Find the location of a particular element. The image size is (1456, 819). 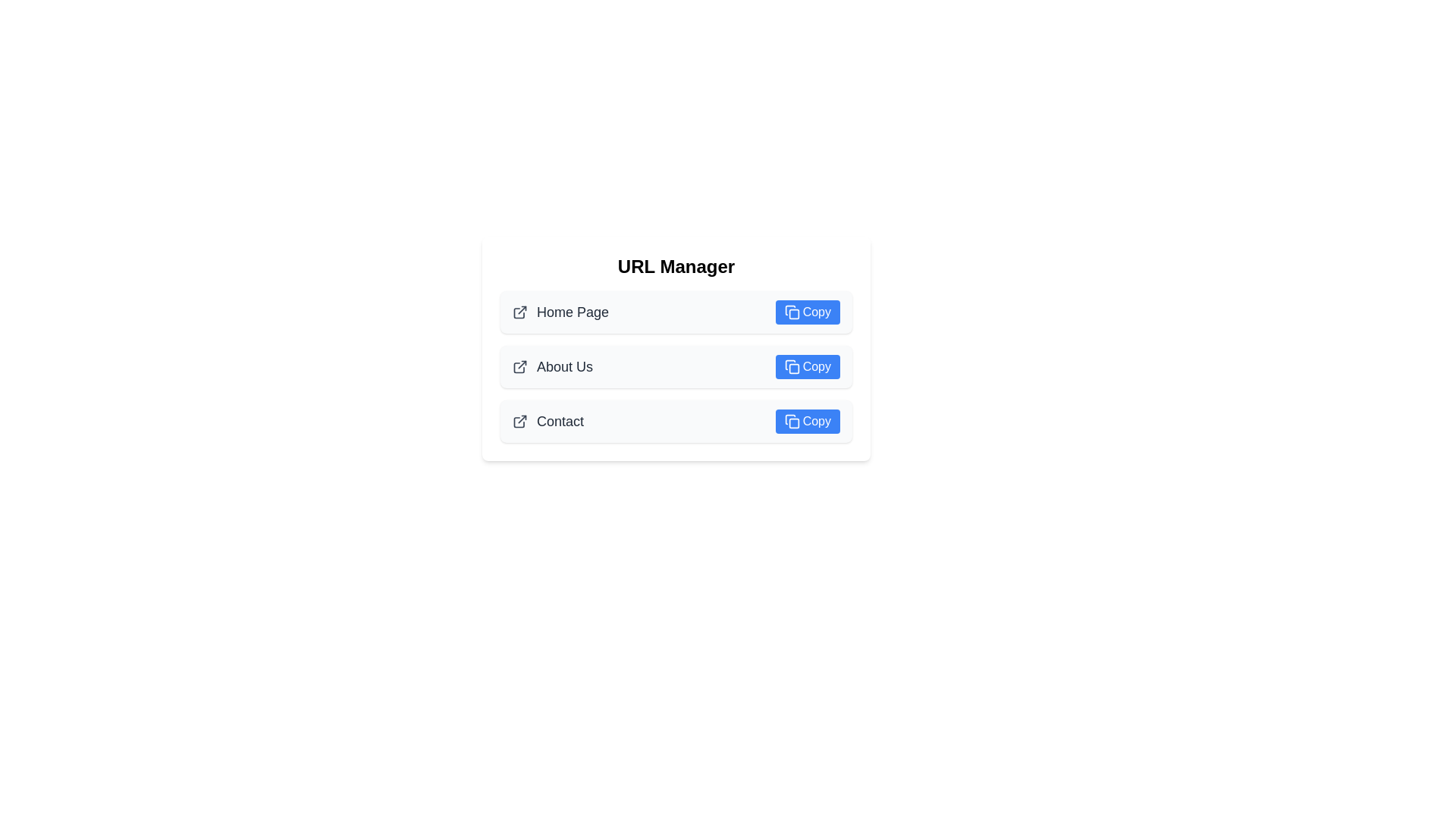

text label identifying the 'About Us' section, which is located in the middle of a vertically arranged list between the 'Home Page' and 'Contact' items is located at coordinates (563, 366).